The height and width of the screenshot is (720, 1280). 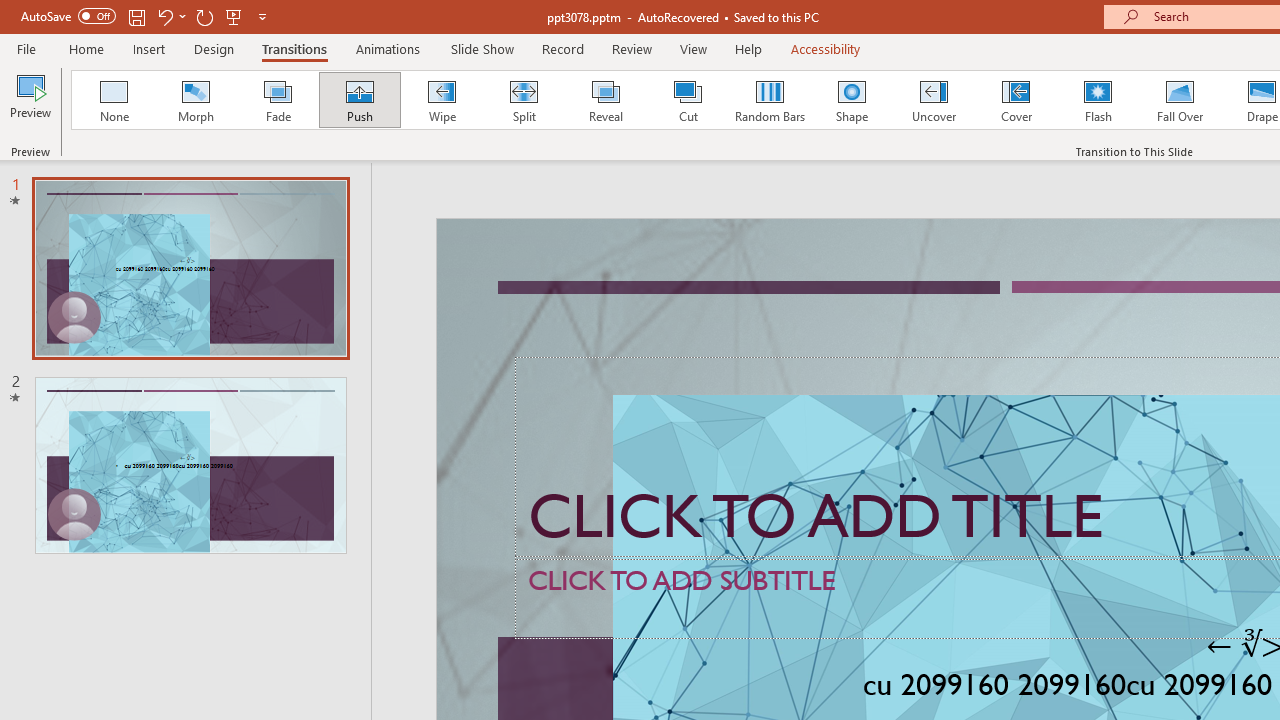 I want to click on 'Cover', so click(x=1016, y=100).